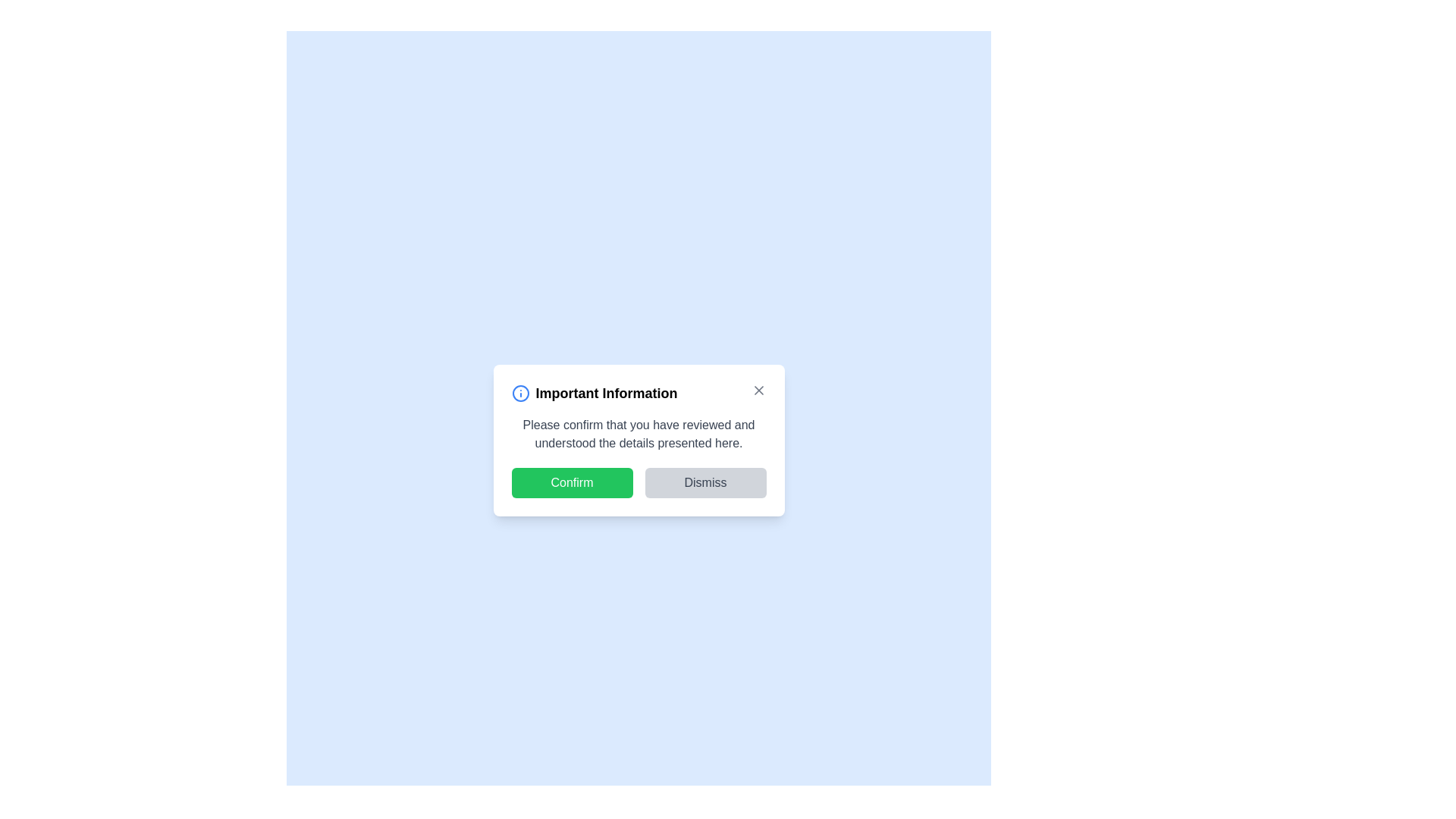 This screenshot has height=819, width=1456. I want to click on the 'Dismiss' button located on the right-hand side of a horizontal group of two buttons below the modal dialog, so click(704, 482).